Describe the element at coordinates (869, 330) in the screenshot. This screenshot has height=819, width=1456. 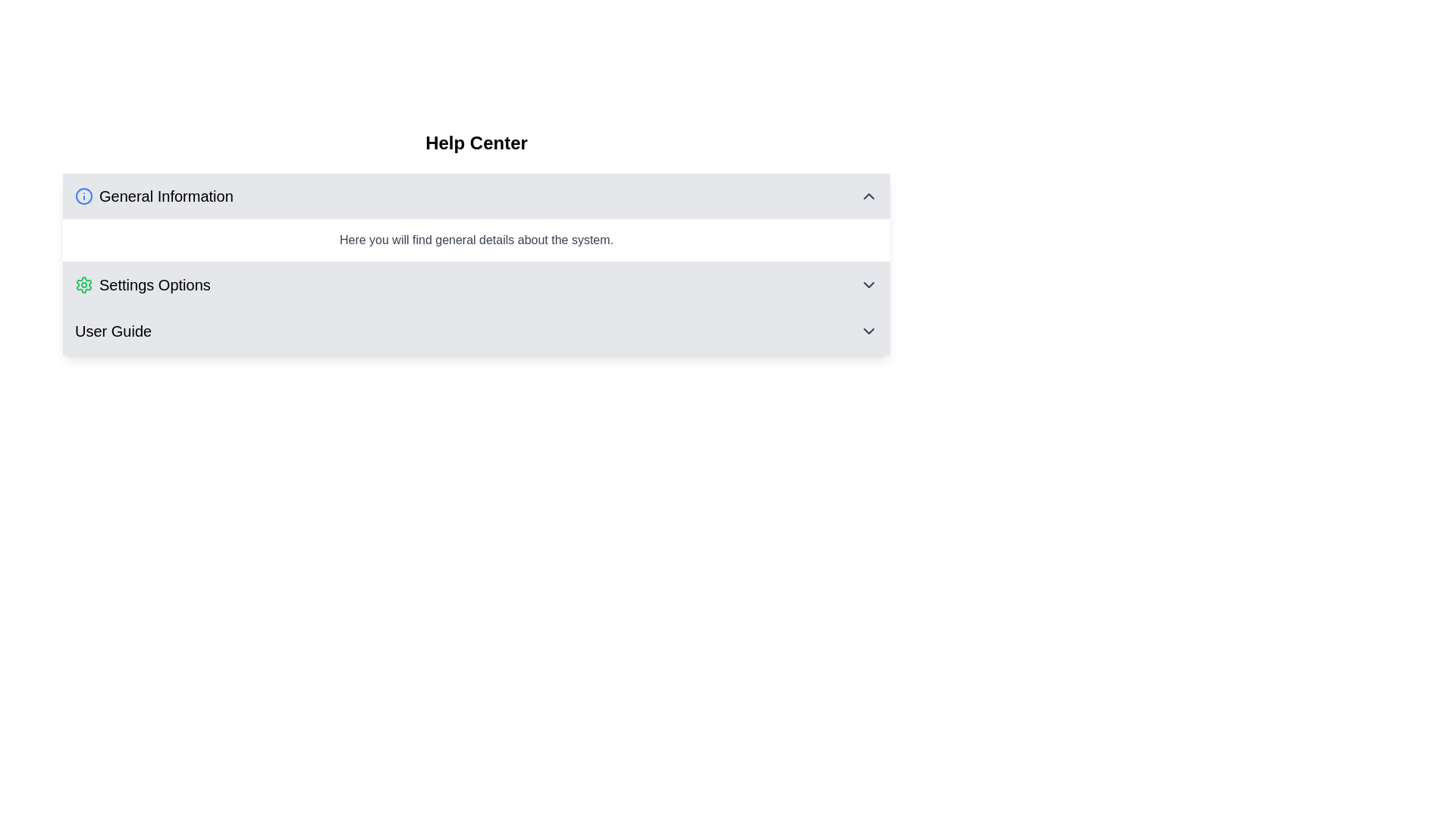
I see `the downward-facing chevron icon located in the 'User Guide' section` at that location.